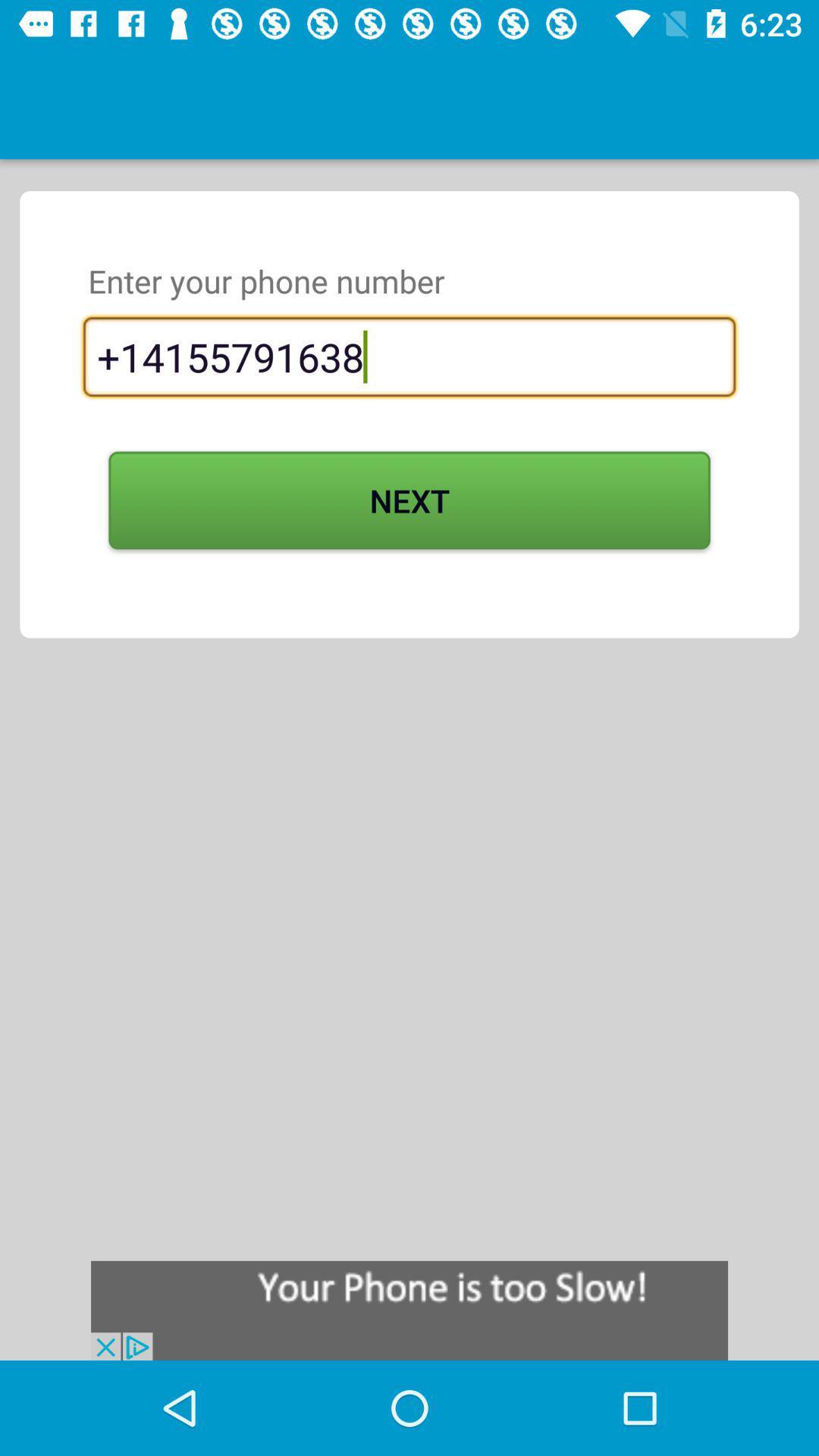  Describe the element at coordinates (409, 1310) in the screenshot. I see `click on advertisement` at that location.